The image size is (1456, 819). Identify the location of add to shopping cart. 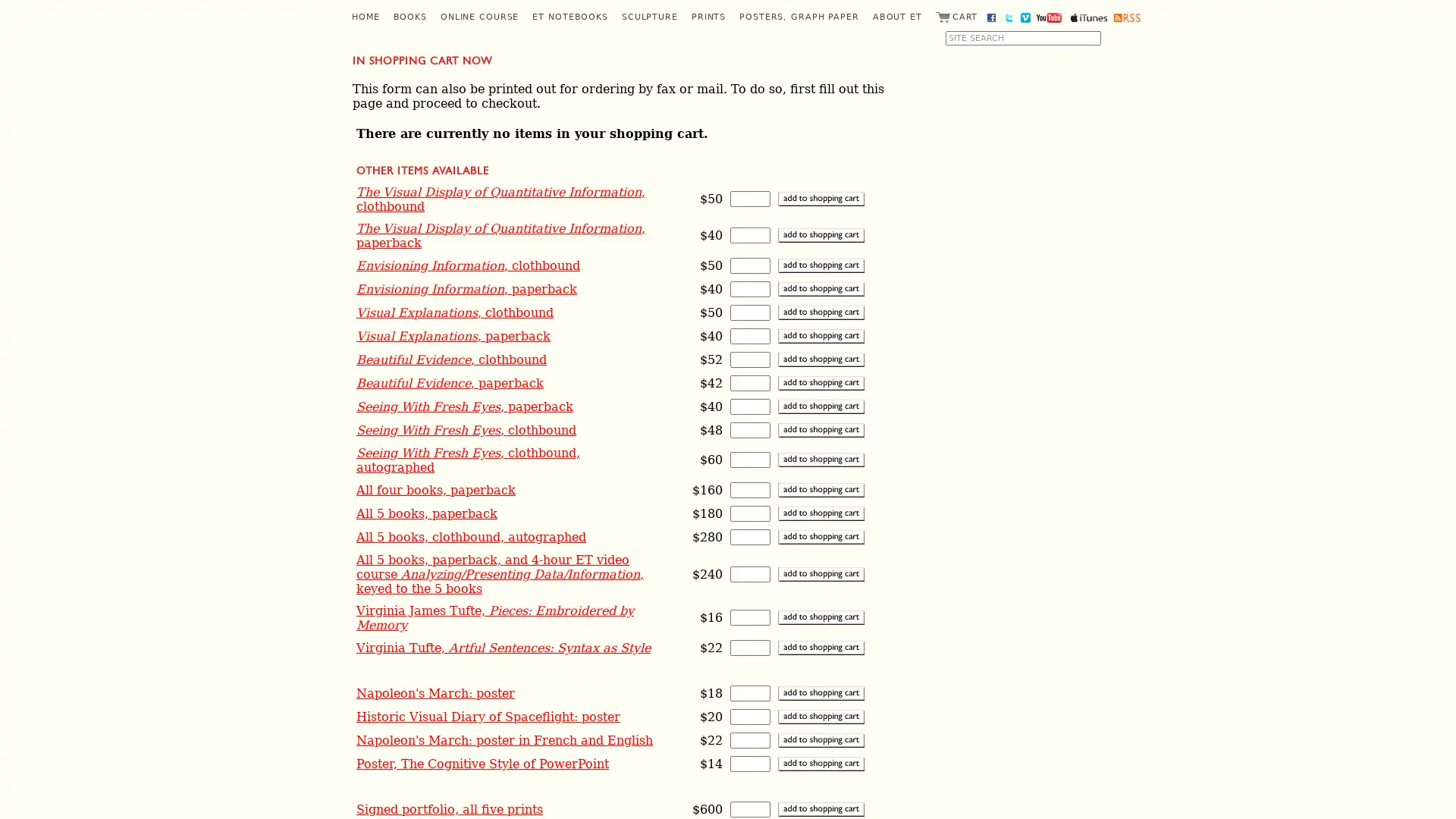
(821, 763).